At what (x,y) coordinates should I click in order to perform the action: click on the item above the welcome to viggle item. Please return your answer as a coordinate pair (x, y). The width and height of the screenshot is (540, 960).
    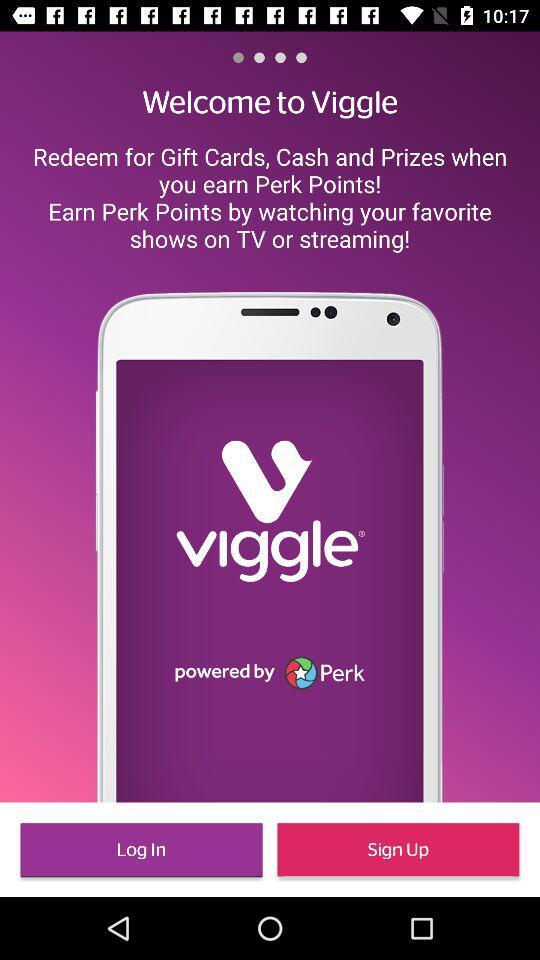
    Looking at the image, I should click on (279, 56).